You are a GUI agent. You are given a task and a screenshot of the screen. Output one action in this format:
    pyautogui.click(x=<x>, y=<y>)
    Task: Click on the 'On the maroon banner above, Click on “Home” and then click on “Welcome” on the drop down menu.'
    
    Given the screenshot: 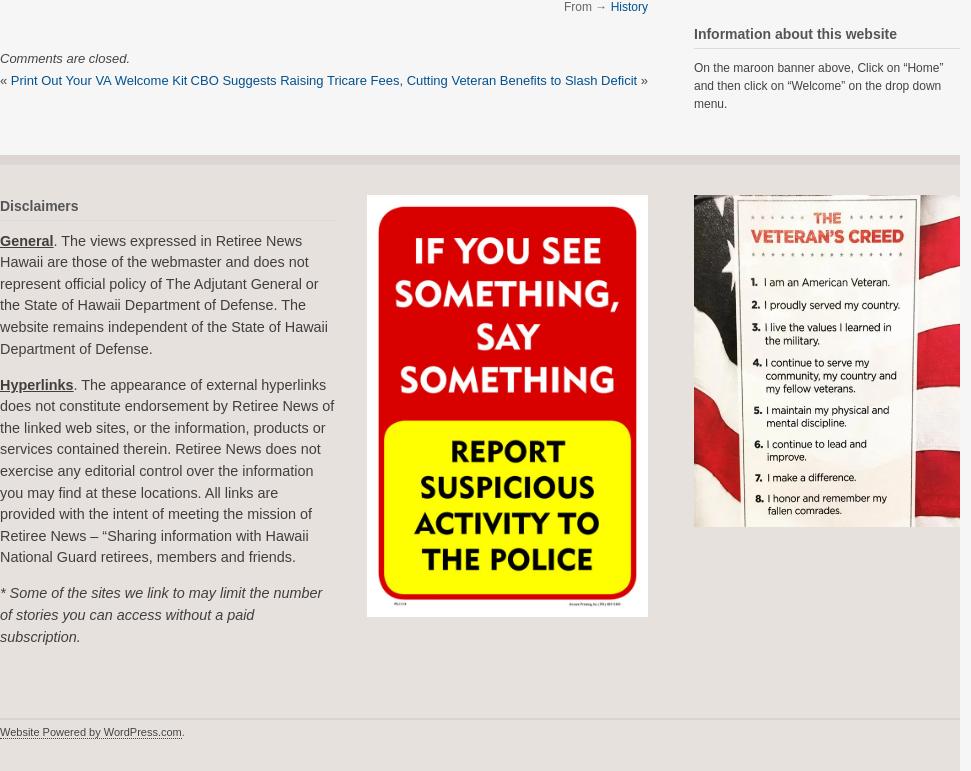 What is the action you would take?
    pyautogui.click(x=693, y=84)
    